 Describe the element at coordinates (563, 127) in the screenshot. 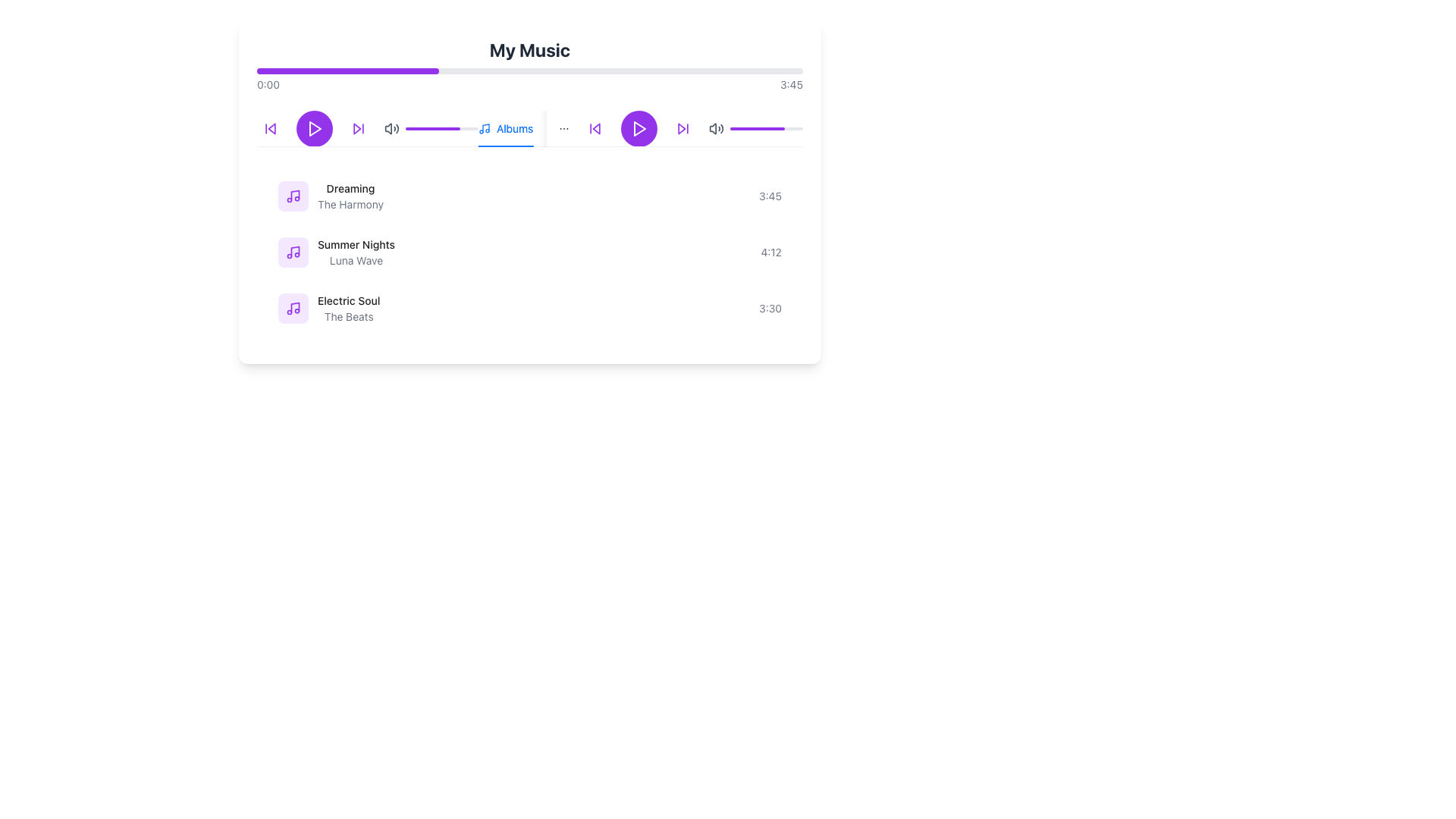

I see `the 'more options' button represented by three vertically aligned dots (ellipsis) located at the rightmost side of the horizontal navigation bar under the music player interface` at that location.